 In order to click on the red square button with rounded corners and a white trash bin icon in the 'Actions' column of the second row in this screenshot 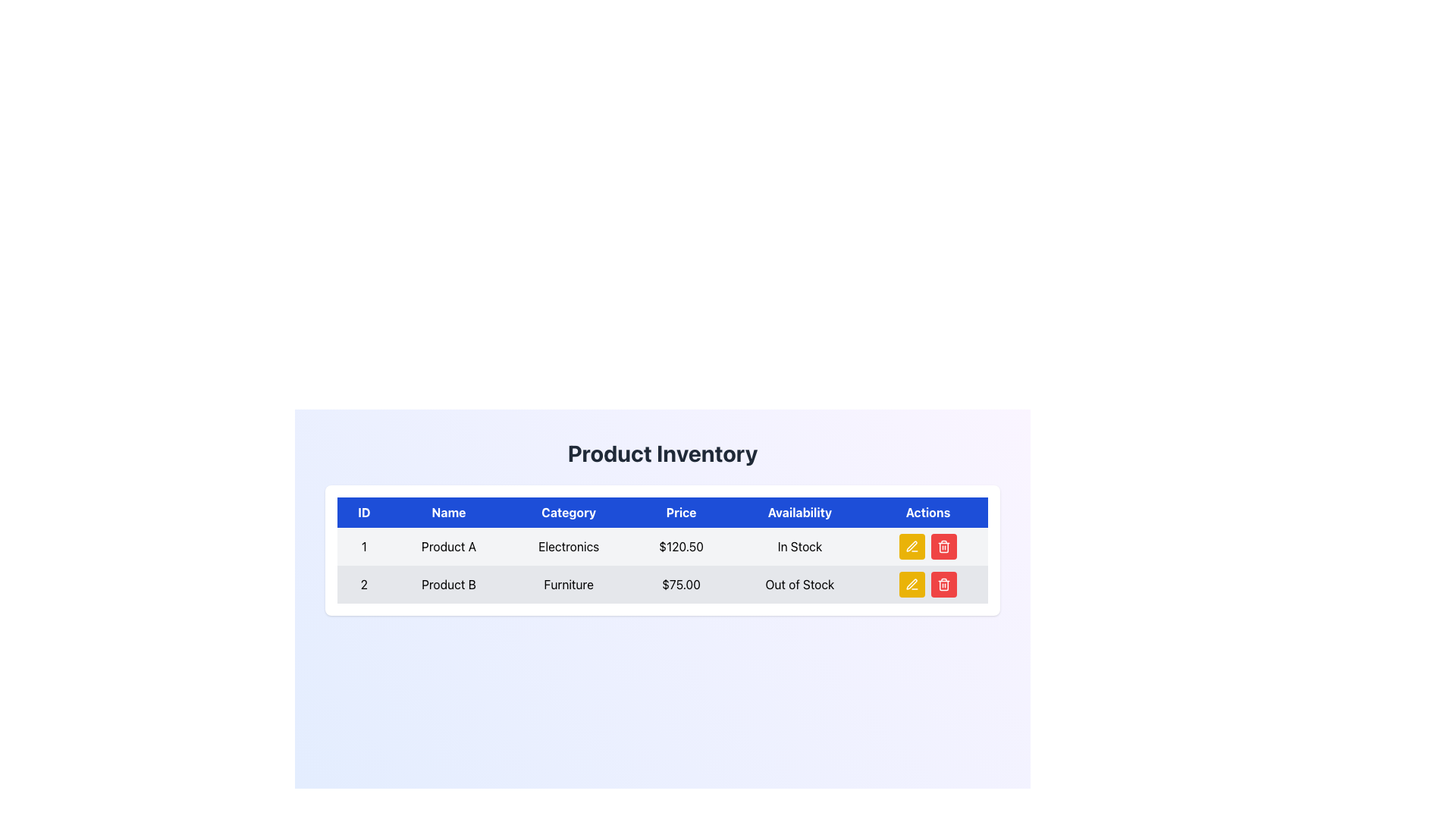, I will do `click(943, 547)`.